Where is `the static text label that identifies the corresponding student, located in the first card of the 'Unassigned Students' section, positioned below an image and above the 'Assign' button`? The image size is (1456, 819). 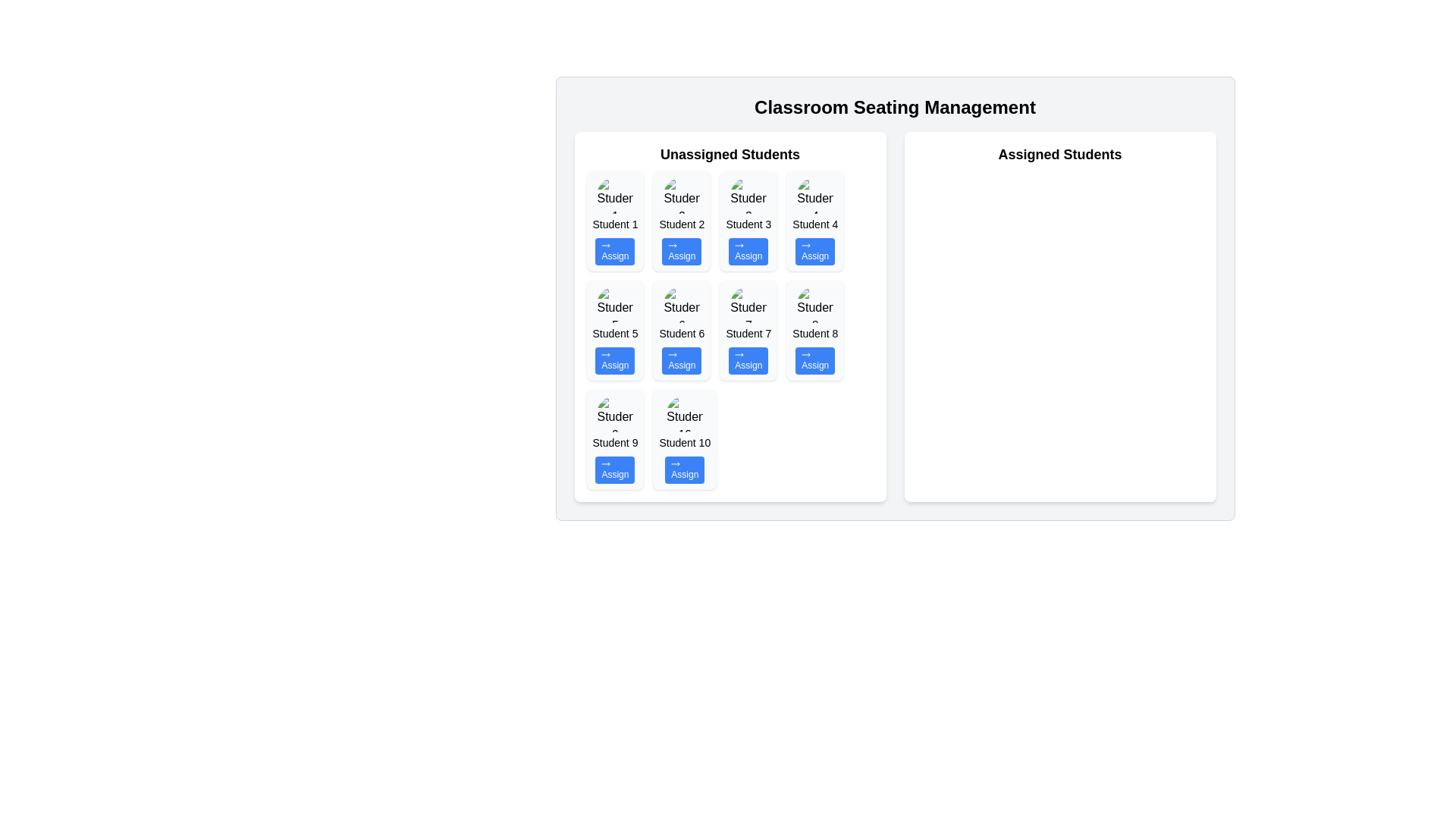
the static text label that identifies the corresponding student, located in the first card of the 'Unassigned Students' section, positioned below an image and above the 'Assign' button is located at coordinates (615, 224).